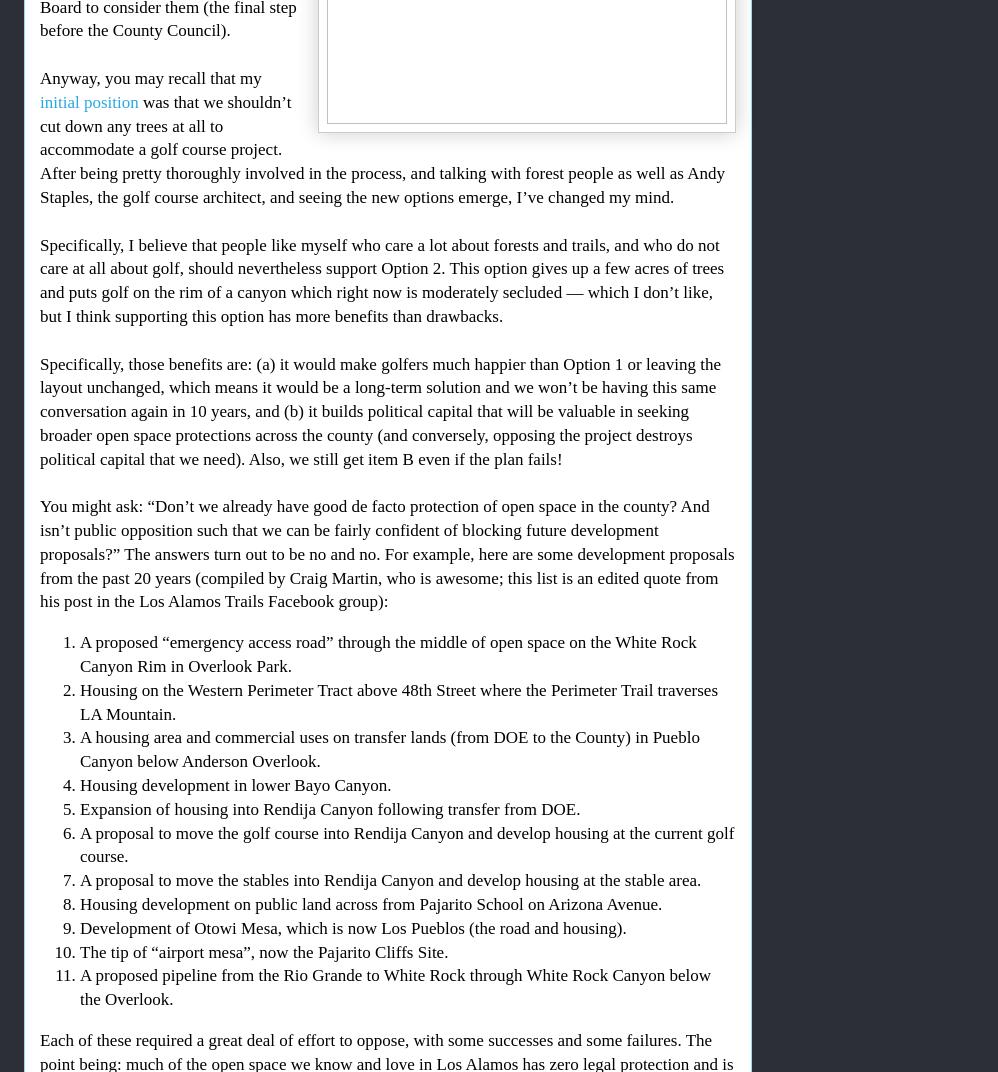 This screenshot has height=1072, width=998. I want to click on 'Housing development in lower Bayo Canyon.', so click(235, 785).